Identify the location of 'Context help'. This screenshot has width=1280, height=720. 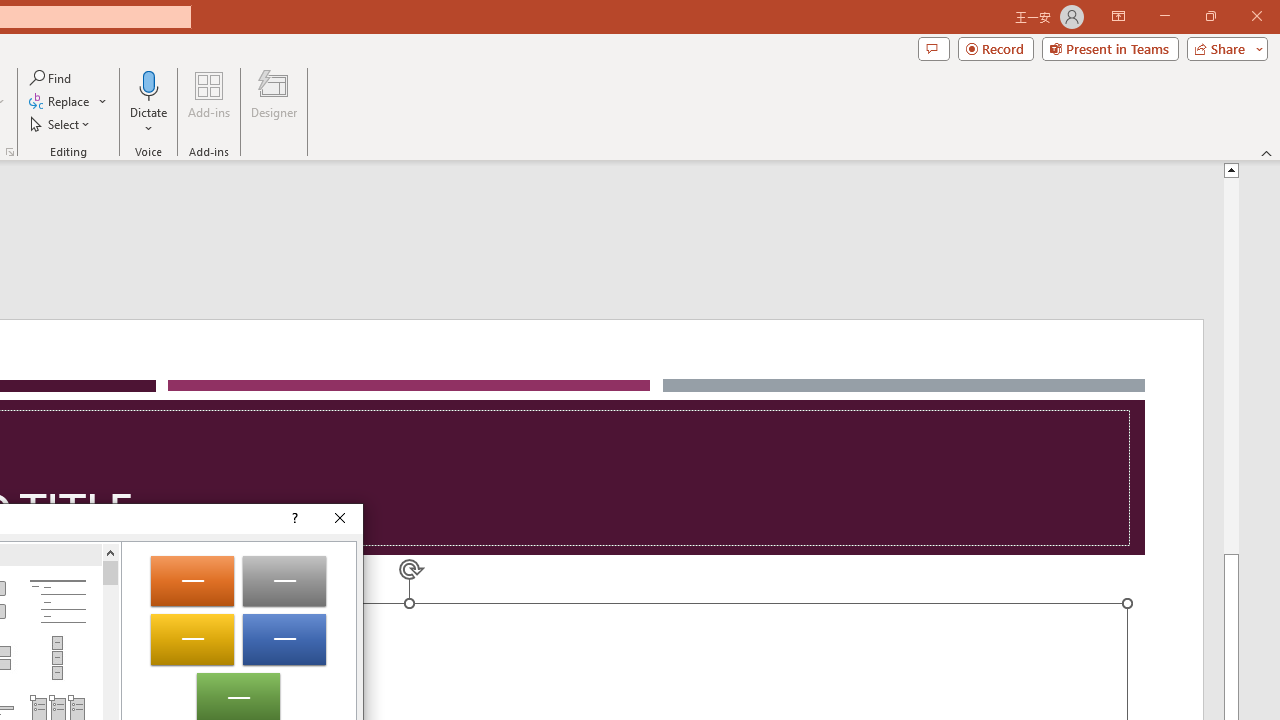
(292, 518).